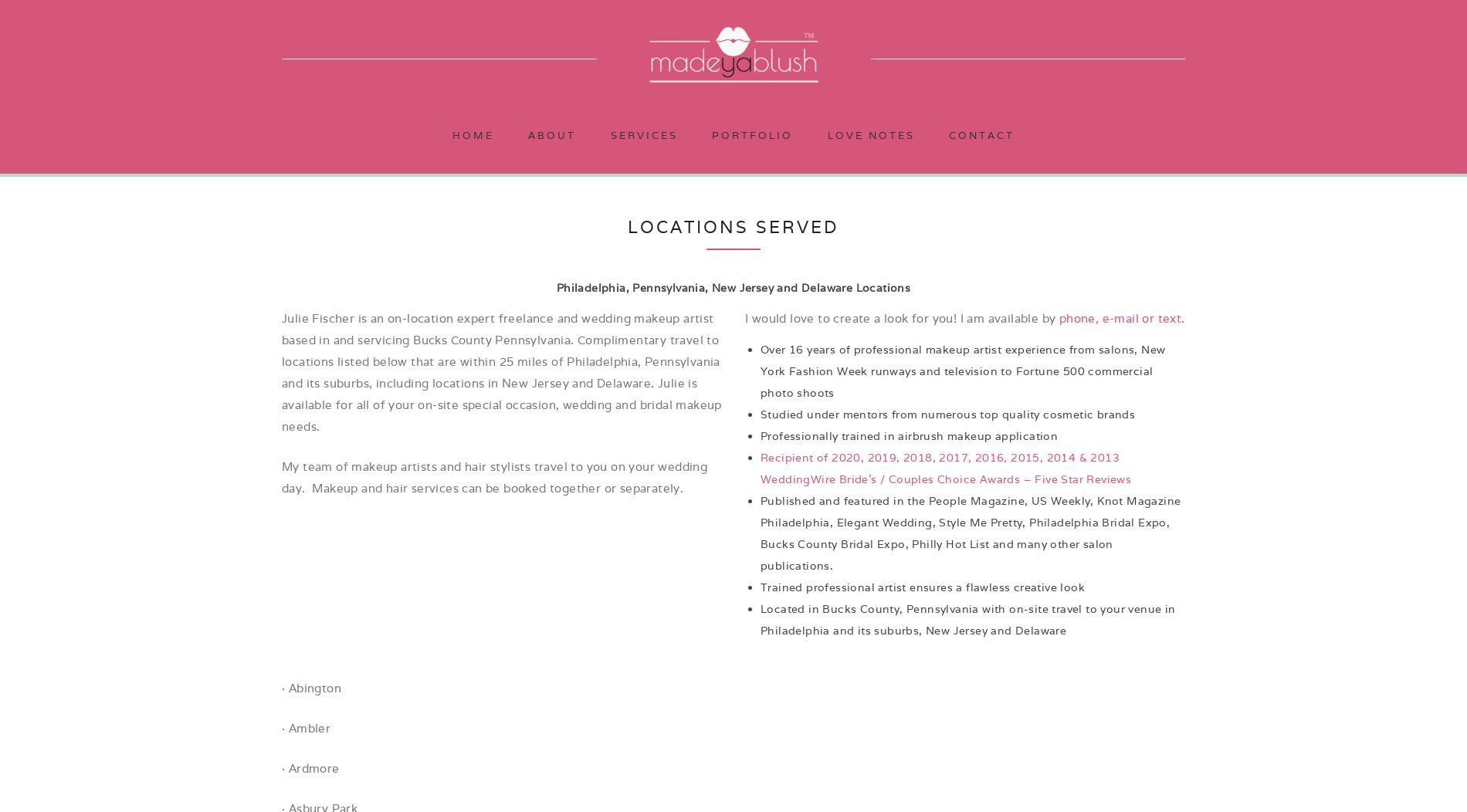 This screenshot has height=812, width=1467. I want to click on 'My team of makeup artists and hair stylists travel to you on your wedding day.  Makeup and hair services can be booked together or separately.', so click(280, 477).